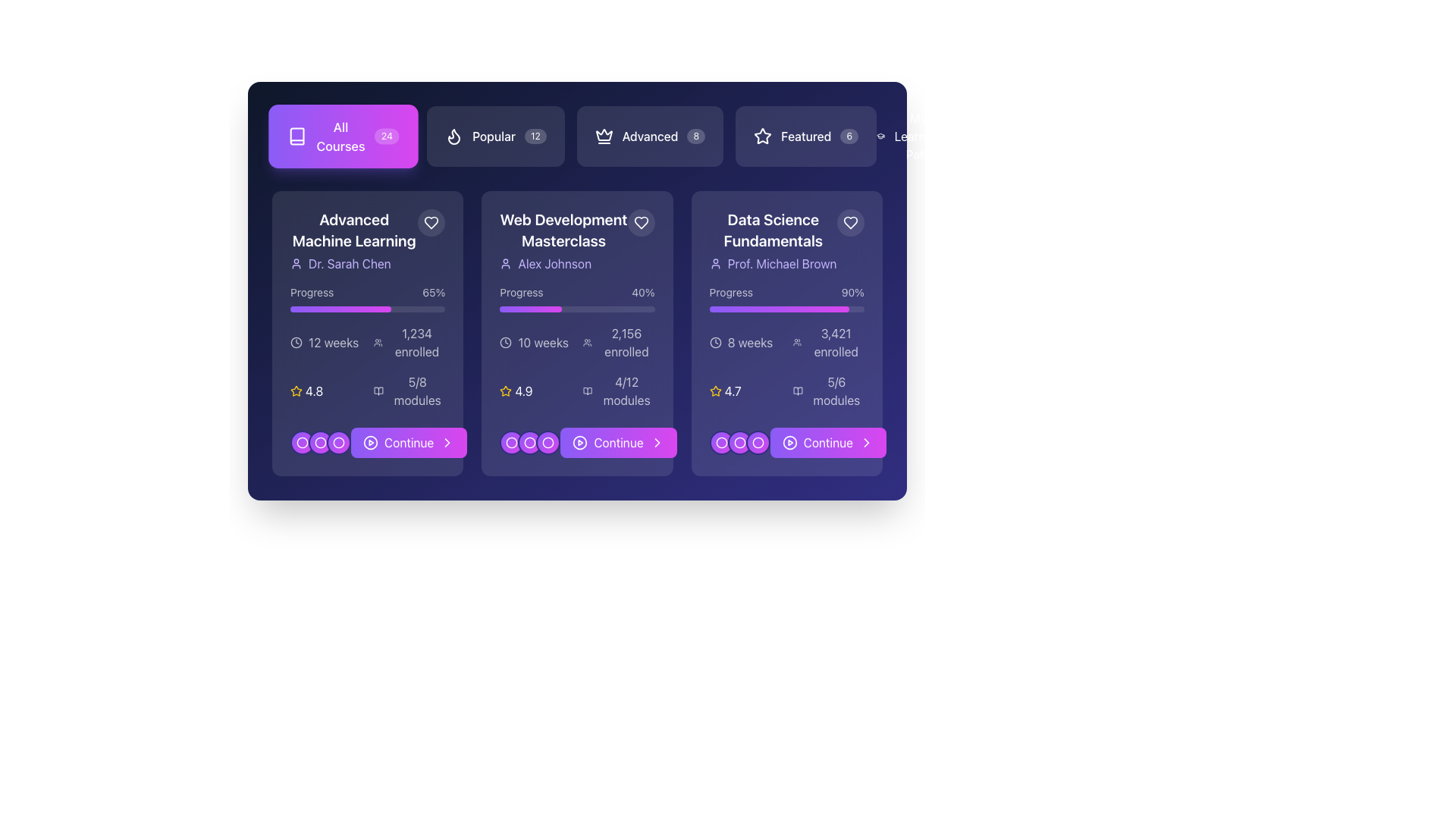 This screenshot has width=1456, height=819. Describe the element at coordinates (506, 262) in the screenshot. I see `the decorative profile icon associated with the user 'Alex Johnson', located in the second card from the left of a three-column card layout` at that location.